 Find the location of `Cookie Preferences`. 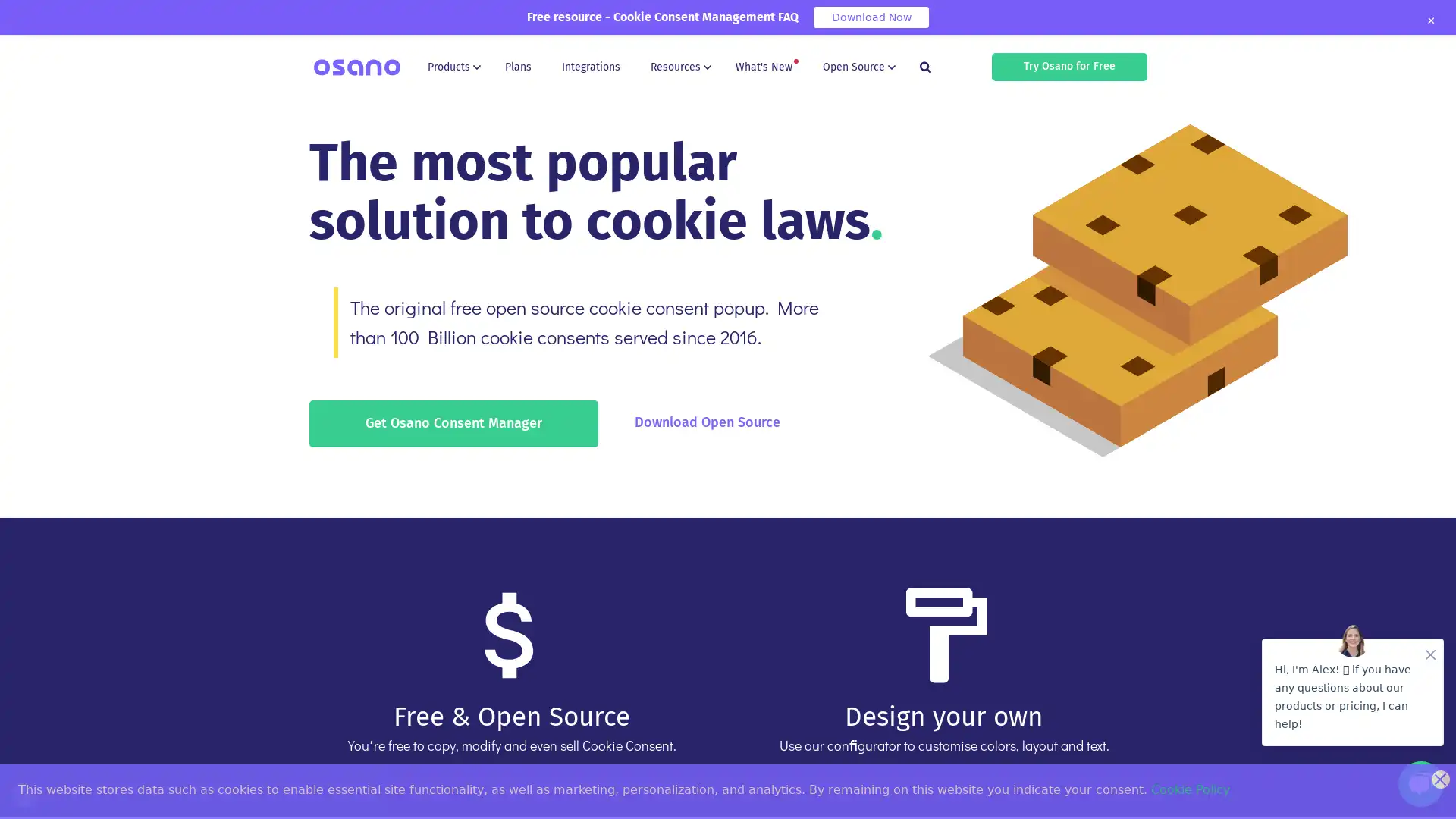

Cookie Preferences is located at coordinates (24, 794).